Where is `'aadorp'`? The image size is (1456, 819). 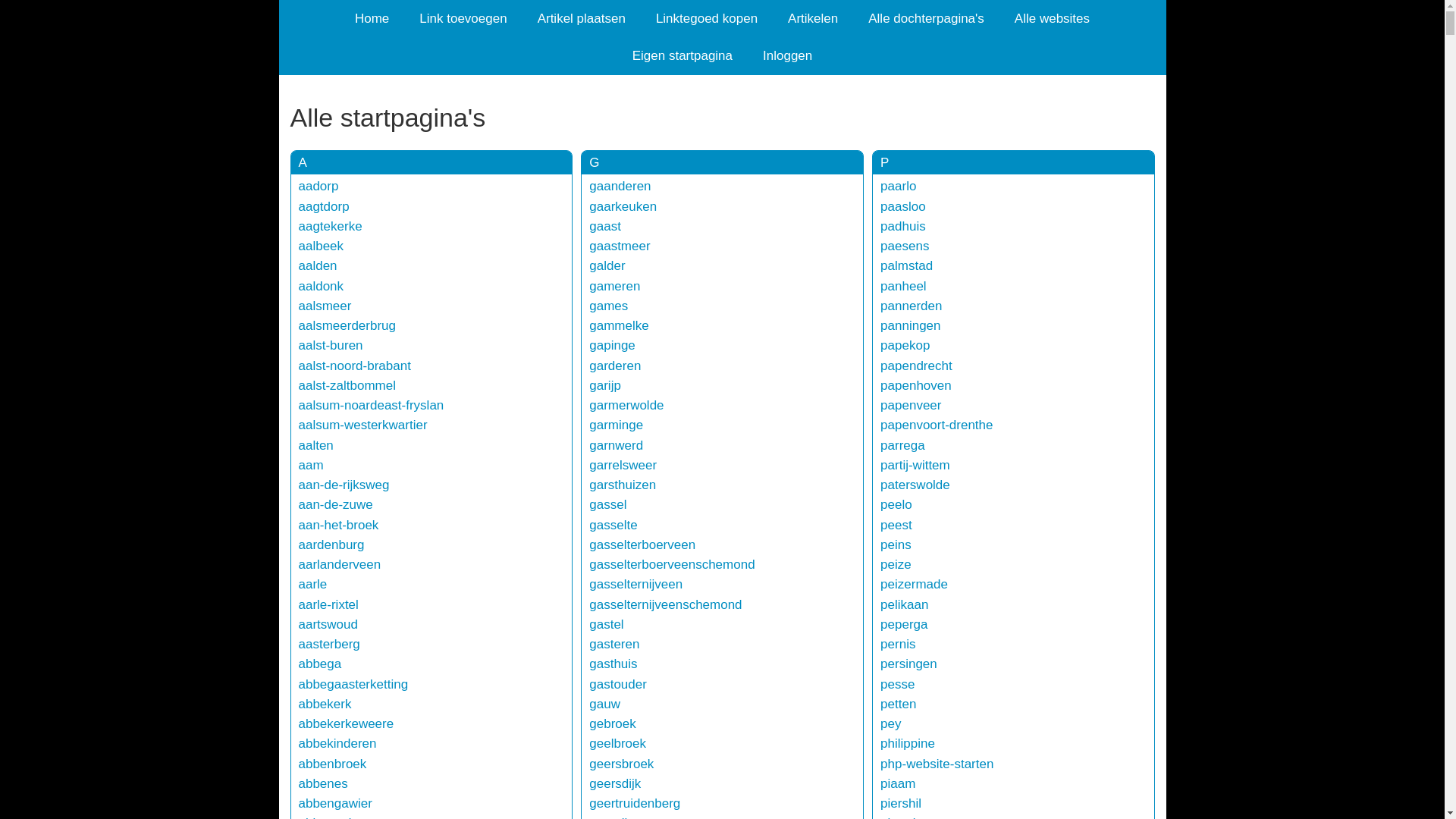 'aadorp' is located at coordinates (318, 185).